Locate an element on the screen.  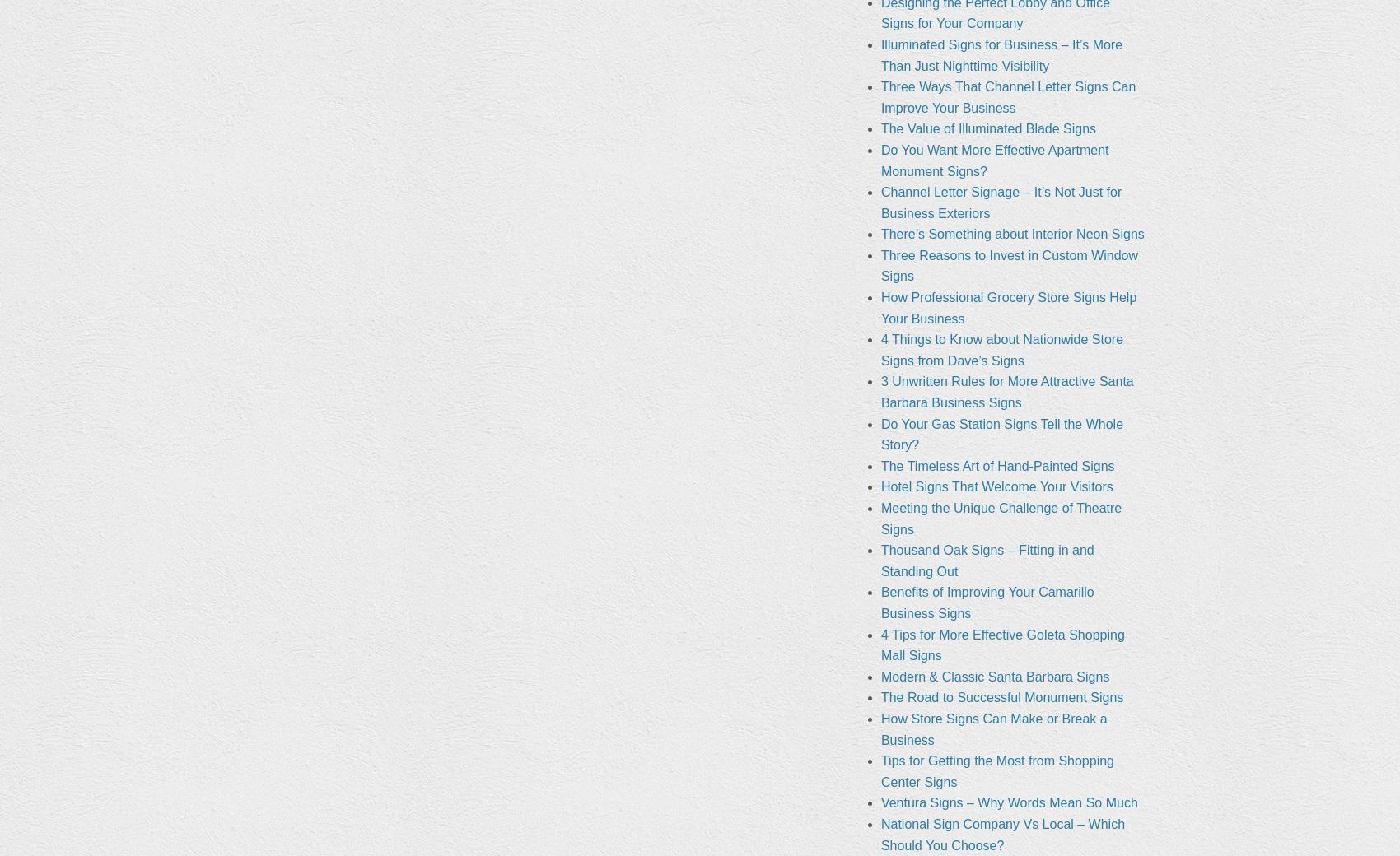
'Benefits of Improving Your Camarillo Business Signs' is located at coordinates (986, 602).